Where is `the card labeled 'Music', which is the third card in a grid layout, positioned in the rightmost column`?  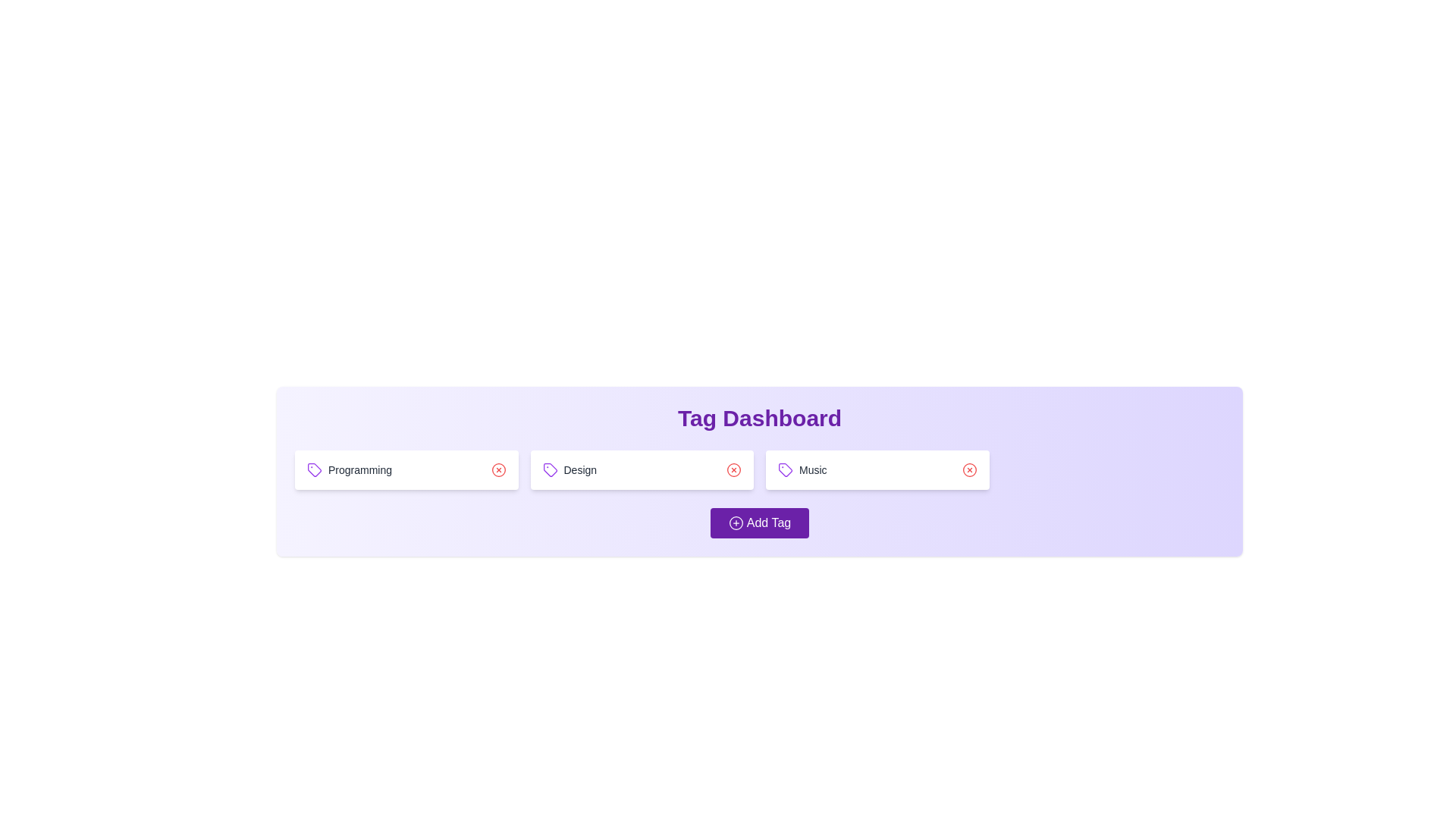 the card labeled 'Music', which is the third card in a grid layout, positioned in the rightmost column is located at coordinates (877, 469).